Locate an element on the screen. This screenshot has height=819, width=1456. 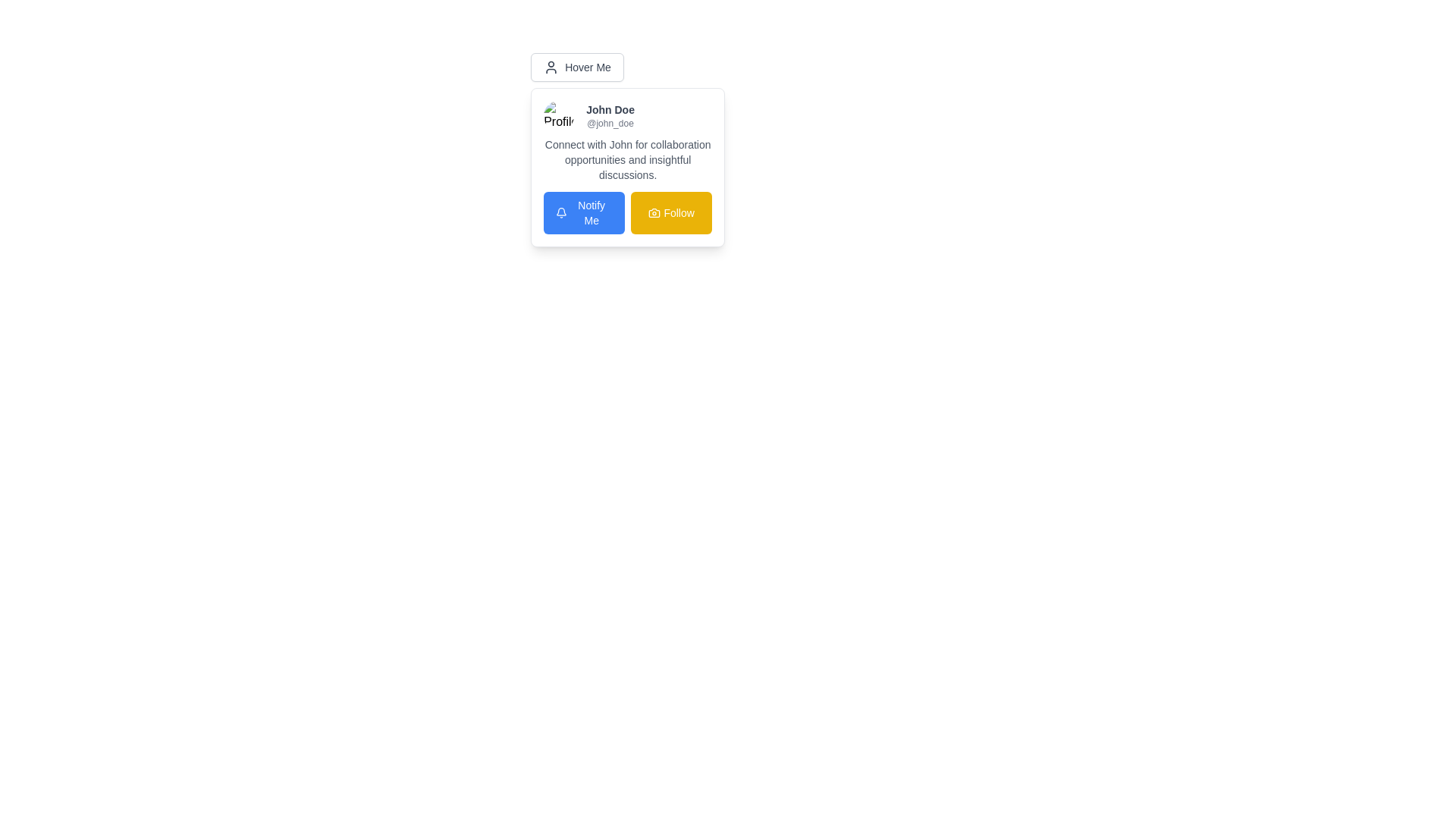
the user's name 'John Doe' in the User Profile Identifier is located at coordinates (628, 115).